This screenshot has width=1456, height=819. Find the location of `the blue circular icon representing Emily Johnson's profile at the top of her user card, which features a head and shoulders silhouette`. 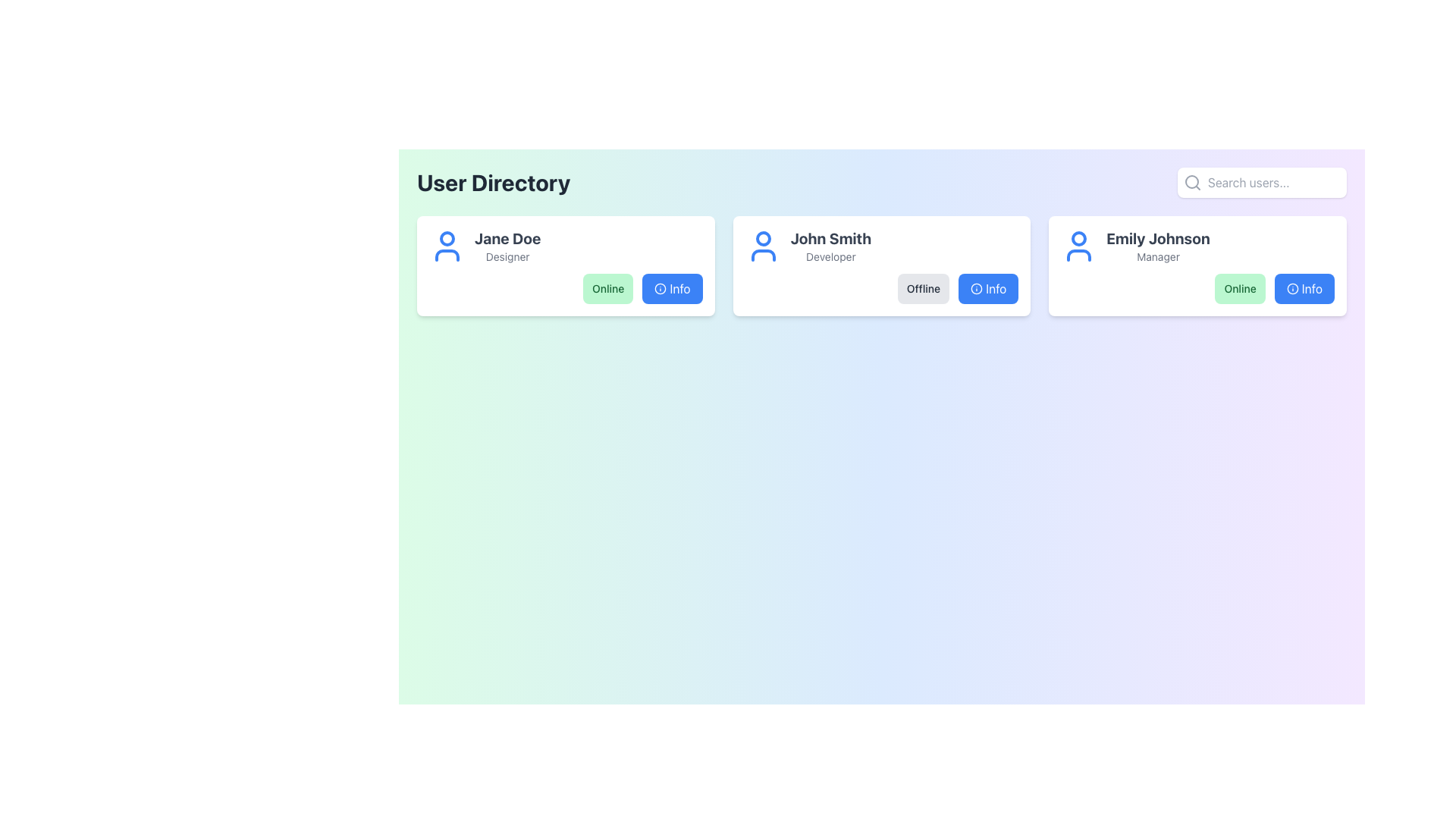

the blue circular icon representing Emily Johnson's profile at the top of her user card, which features a head and shoulders silhouette is located at coordinates (1078, 239).